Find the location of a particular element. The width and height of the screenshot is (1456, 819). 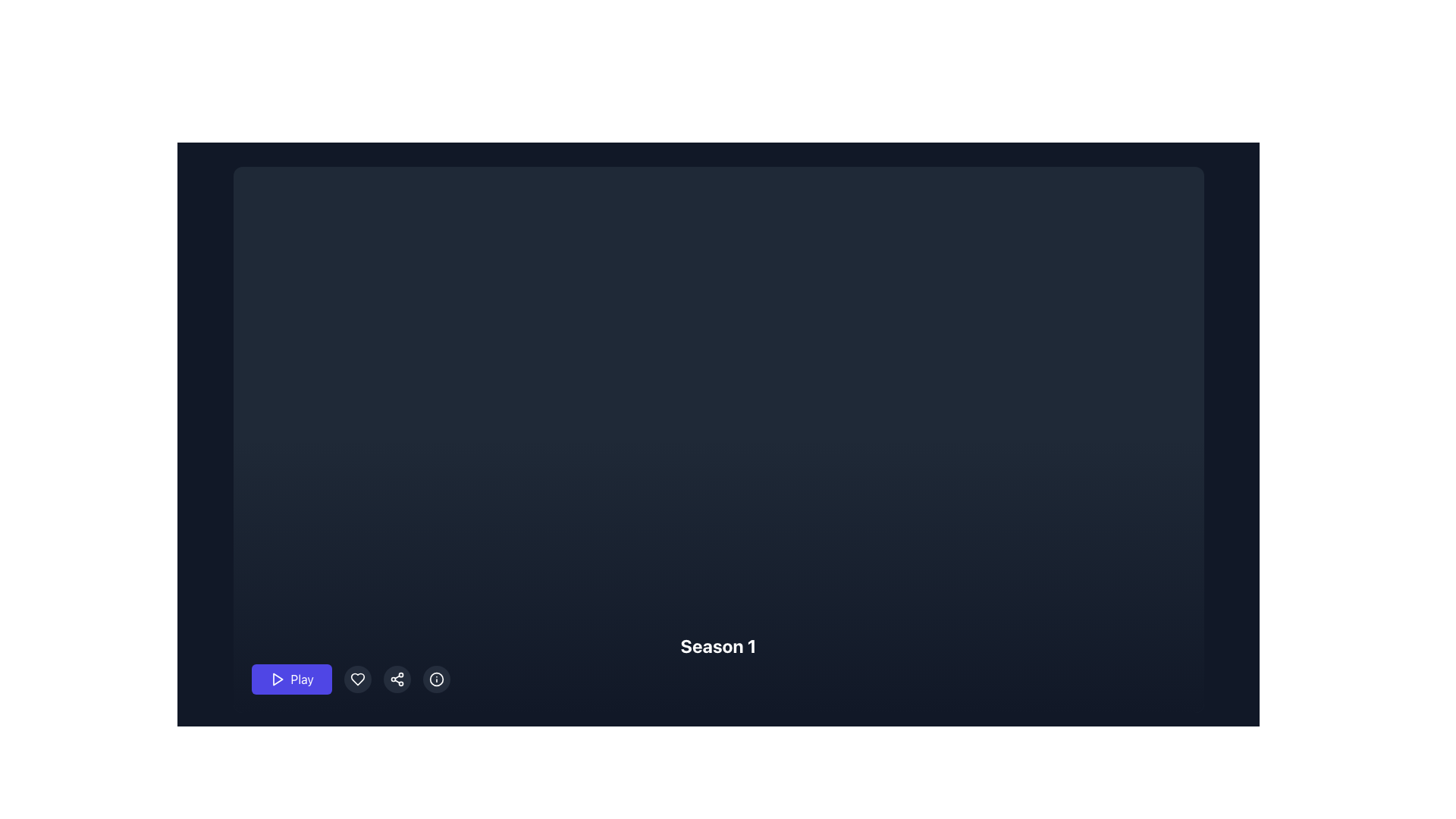

the heart icon button located at the bottom center of the interface is located at coordinates (356, 678).